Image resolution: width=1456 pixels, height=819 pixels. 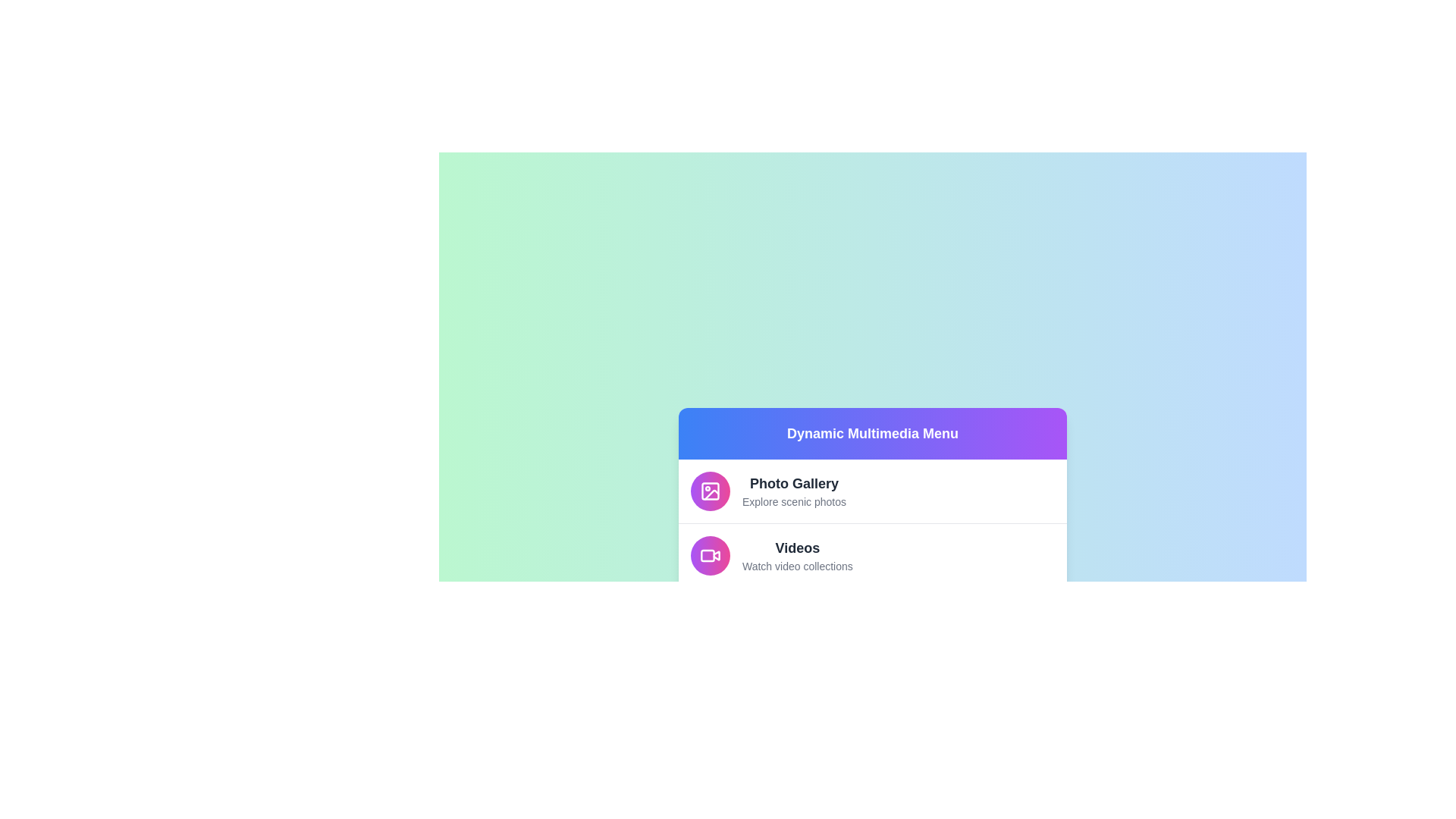 I want to click on the menu item labeled 'Videos' to observe the hover effect, so click(x=873, y=555).